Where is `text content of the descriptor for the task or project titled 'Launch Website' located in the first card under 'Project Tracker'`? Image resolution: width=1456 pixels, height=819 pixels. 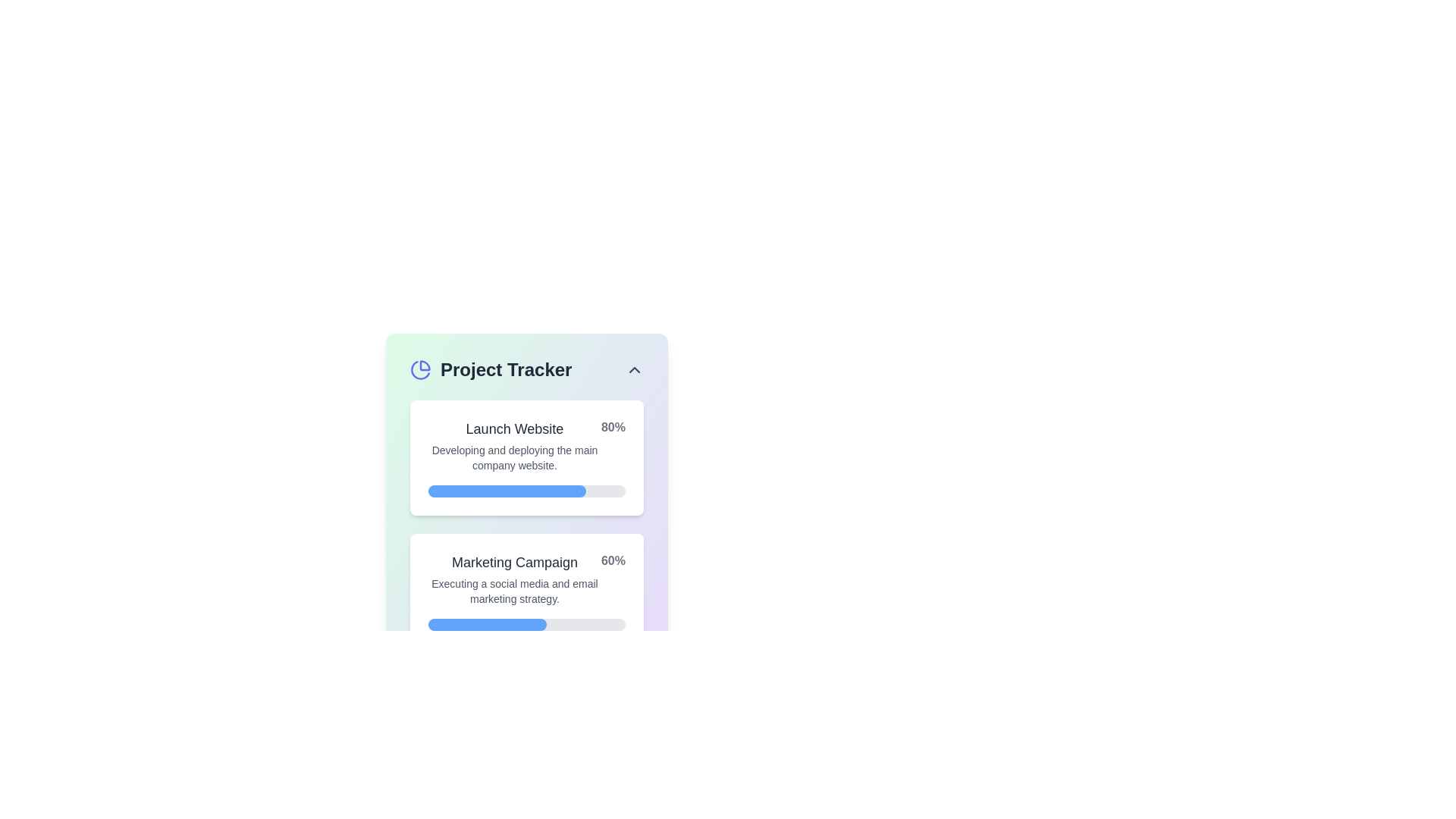 text content of the descriptor for the task or project titled 'Launch Website' located in the first card under 'Project Tracker' is located at coordinates (514, 444).